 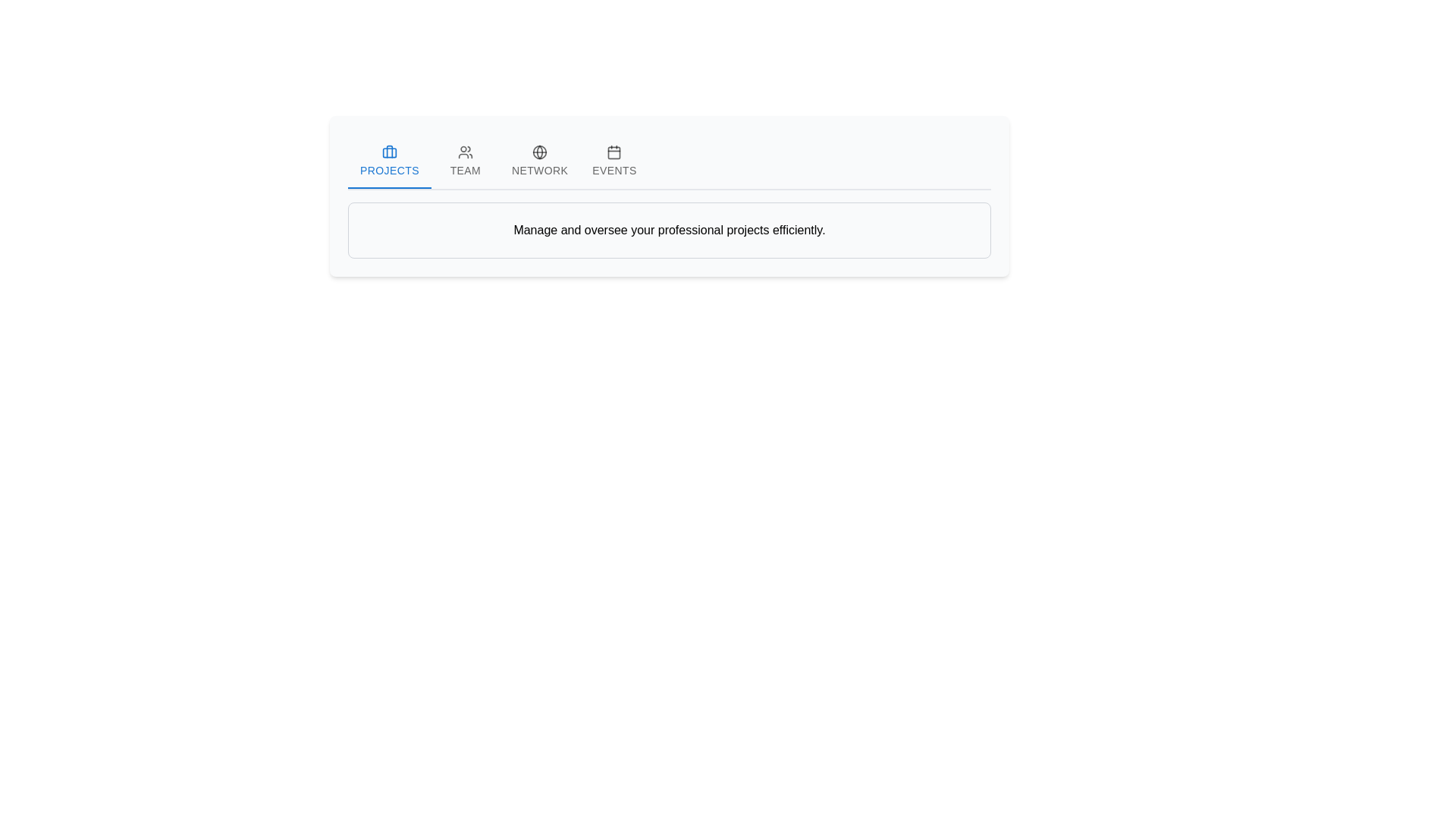 What do you see at coordinates (464, 161) in the screenshot?
I see `the 'Team' tab button, which is the second tab in a horizontal list of four tabs labeled 'Projects', 'Team', 'Network', and 'Events'` at bounding box center [464, 161].